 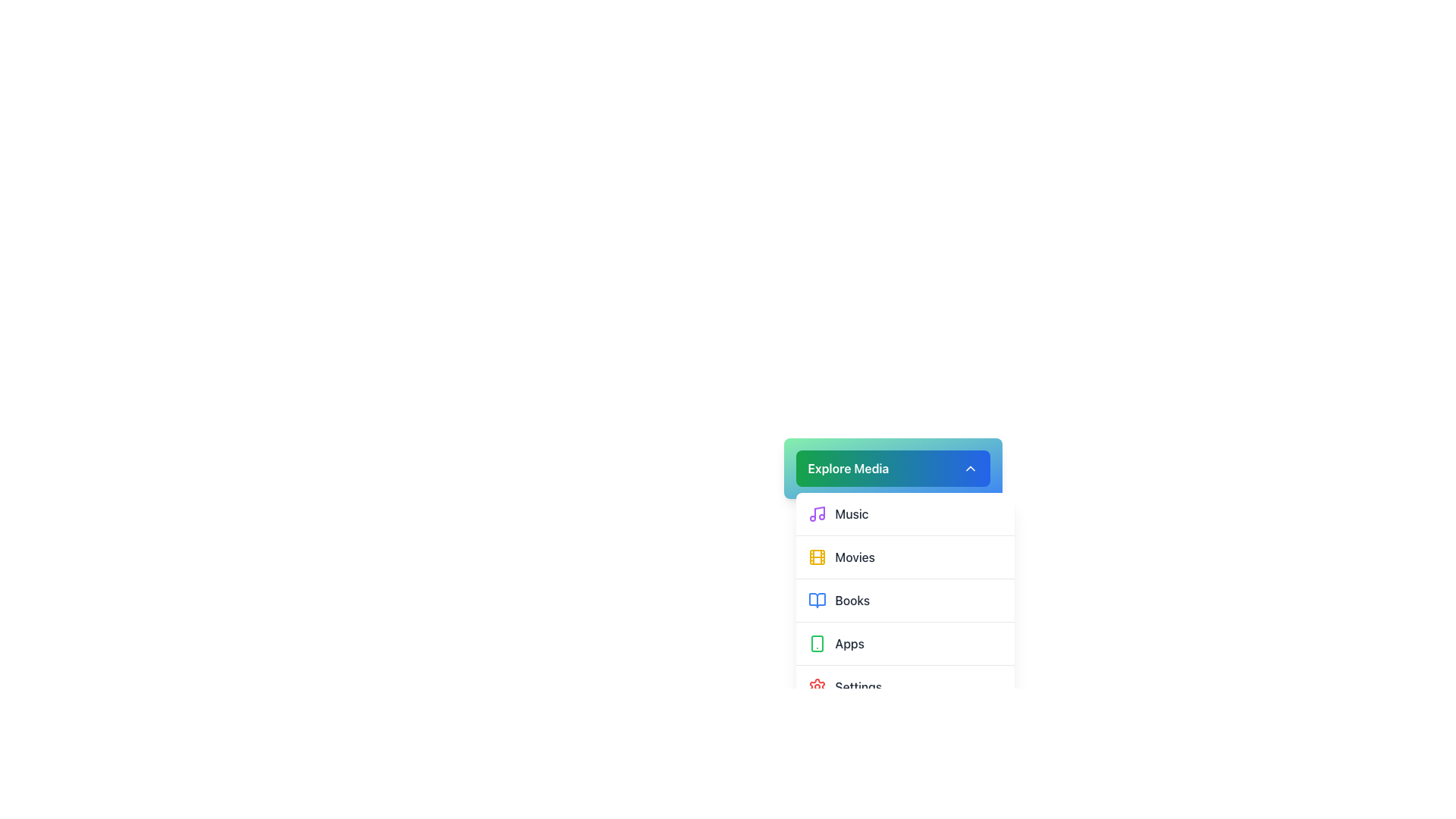 What do you see at coordinates (849, 643) in the screenshot?
I see `text label displaying 'Apps' that is positioned to the right of a small green smartphone icon, located under the 'Books' entry and above the 'Settings' entry in the vertical list labeled 'Explore Media'` at bounding box center [849, 643].